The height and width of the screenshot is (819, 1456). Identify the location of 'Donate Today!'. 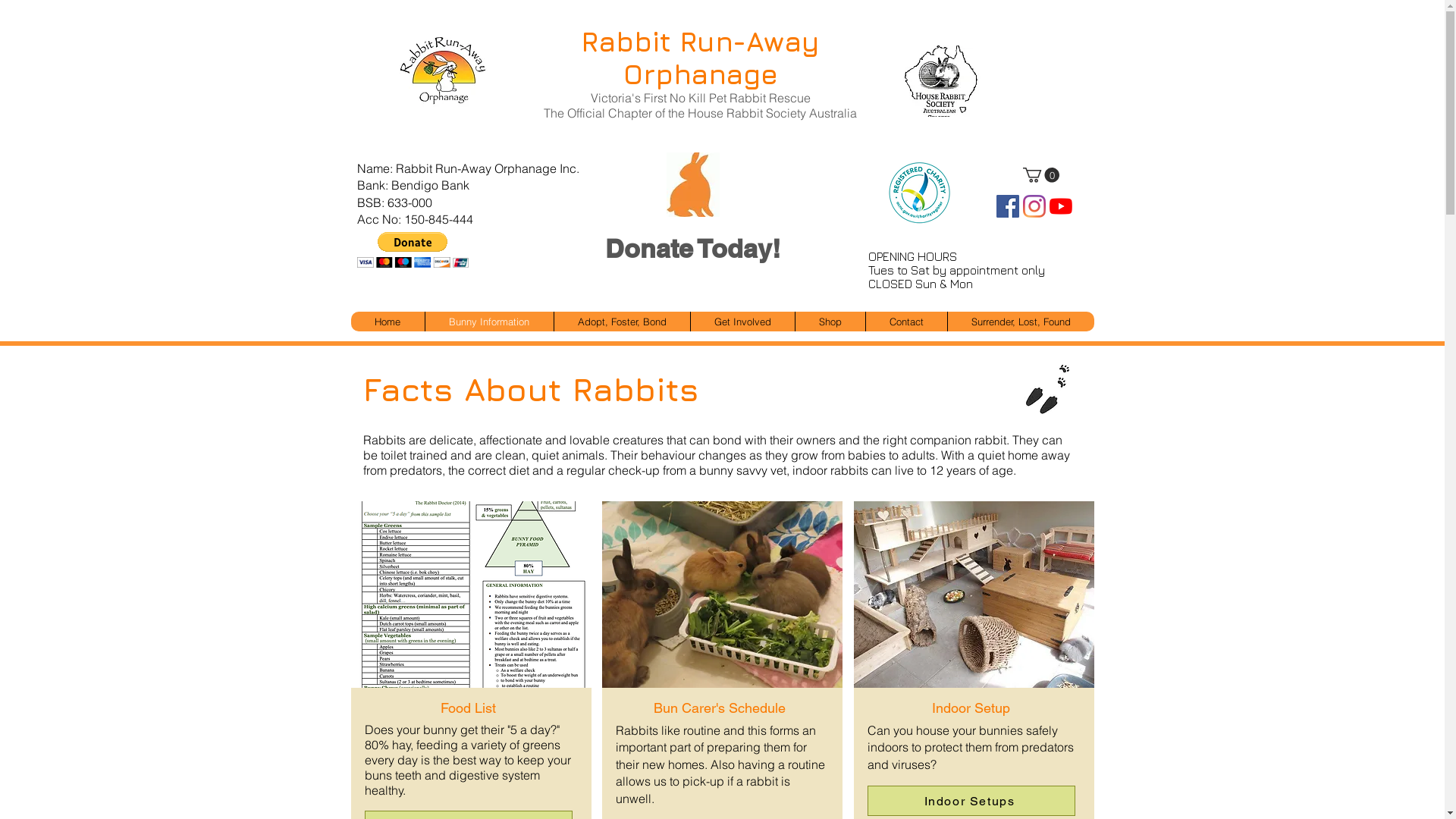
(691, 248).